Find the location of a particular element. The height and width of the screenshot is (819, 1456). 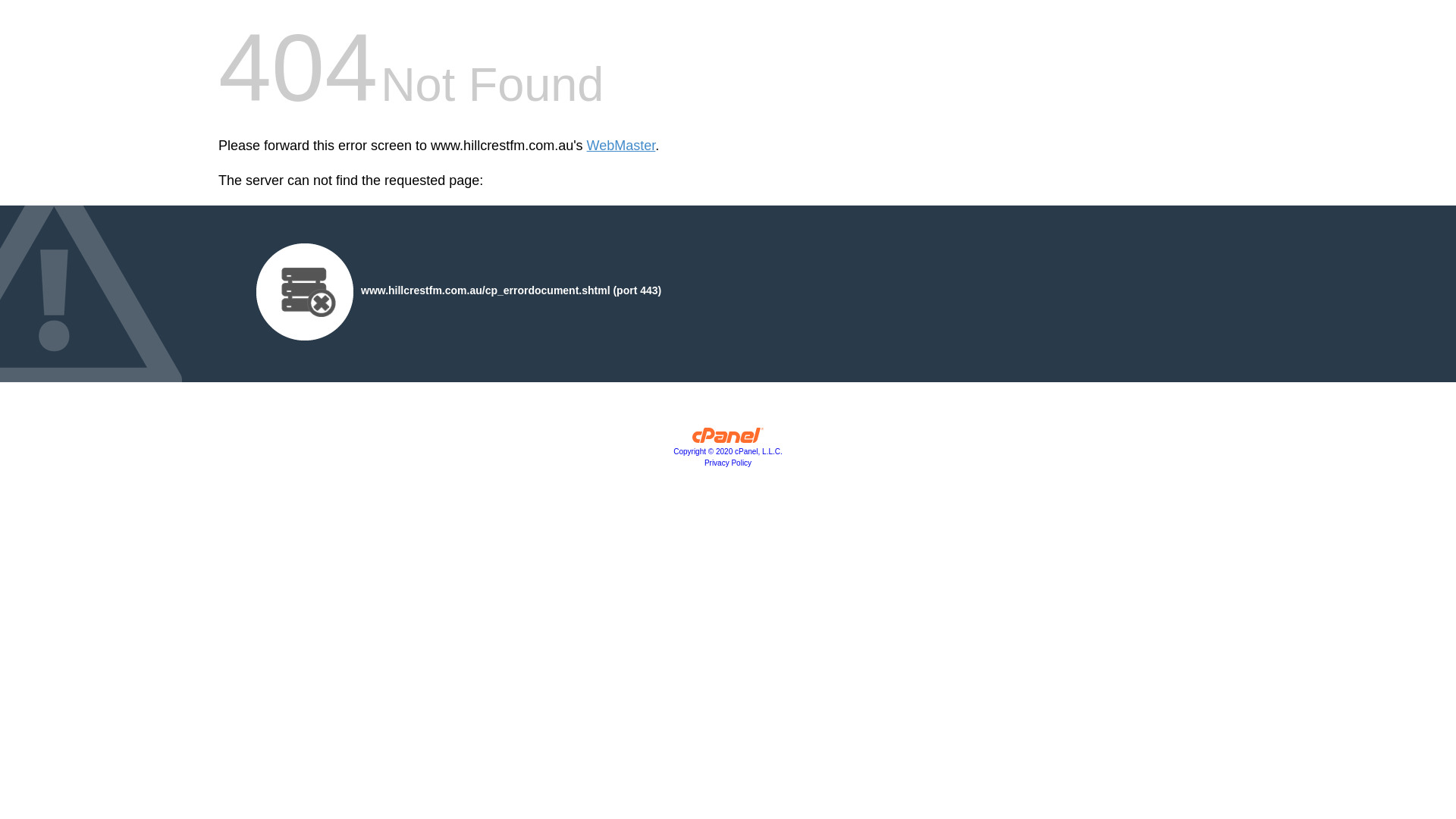

'Privacy Policy' is located at coordinates (728, 462).